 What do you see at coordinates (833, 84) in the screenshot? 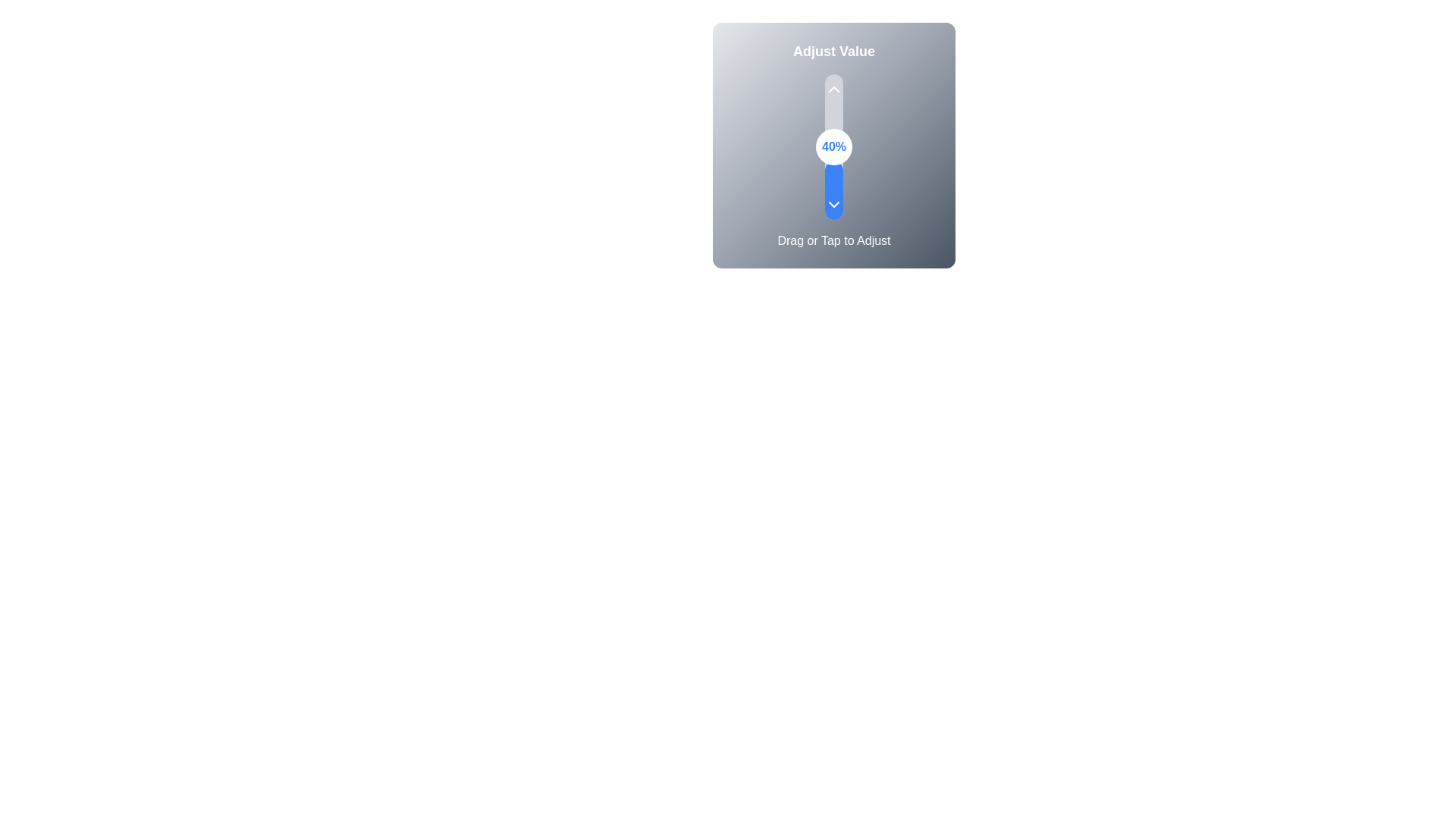
I see `the slider value` at bounding box center [833, 84].